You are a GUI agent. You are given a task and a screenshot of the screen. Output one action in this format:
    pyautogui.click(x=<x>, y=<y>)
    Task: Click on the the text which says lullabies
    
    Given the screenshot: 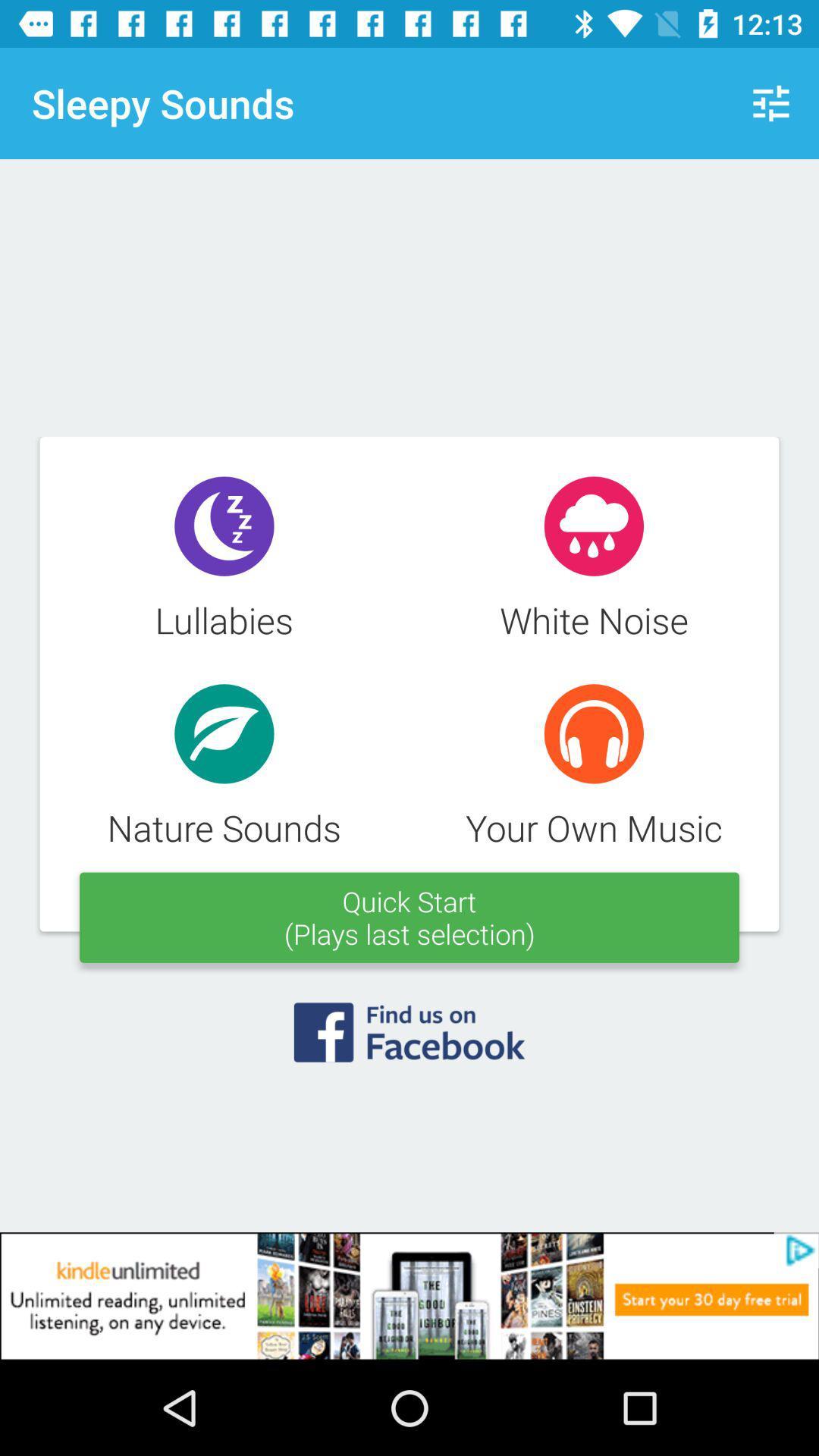 What is the action you would take?
    pyautogui.click(x=224, y=560)
    